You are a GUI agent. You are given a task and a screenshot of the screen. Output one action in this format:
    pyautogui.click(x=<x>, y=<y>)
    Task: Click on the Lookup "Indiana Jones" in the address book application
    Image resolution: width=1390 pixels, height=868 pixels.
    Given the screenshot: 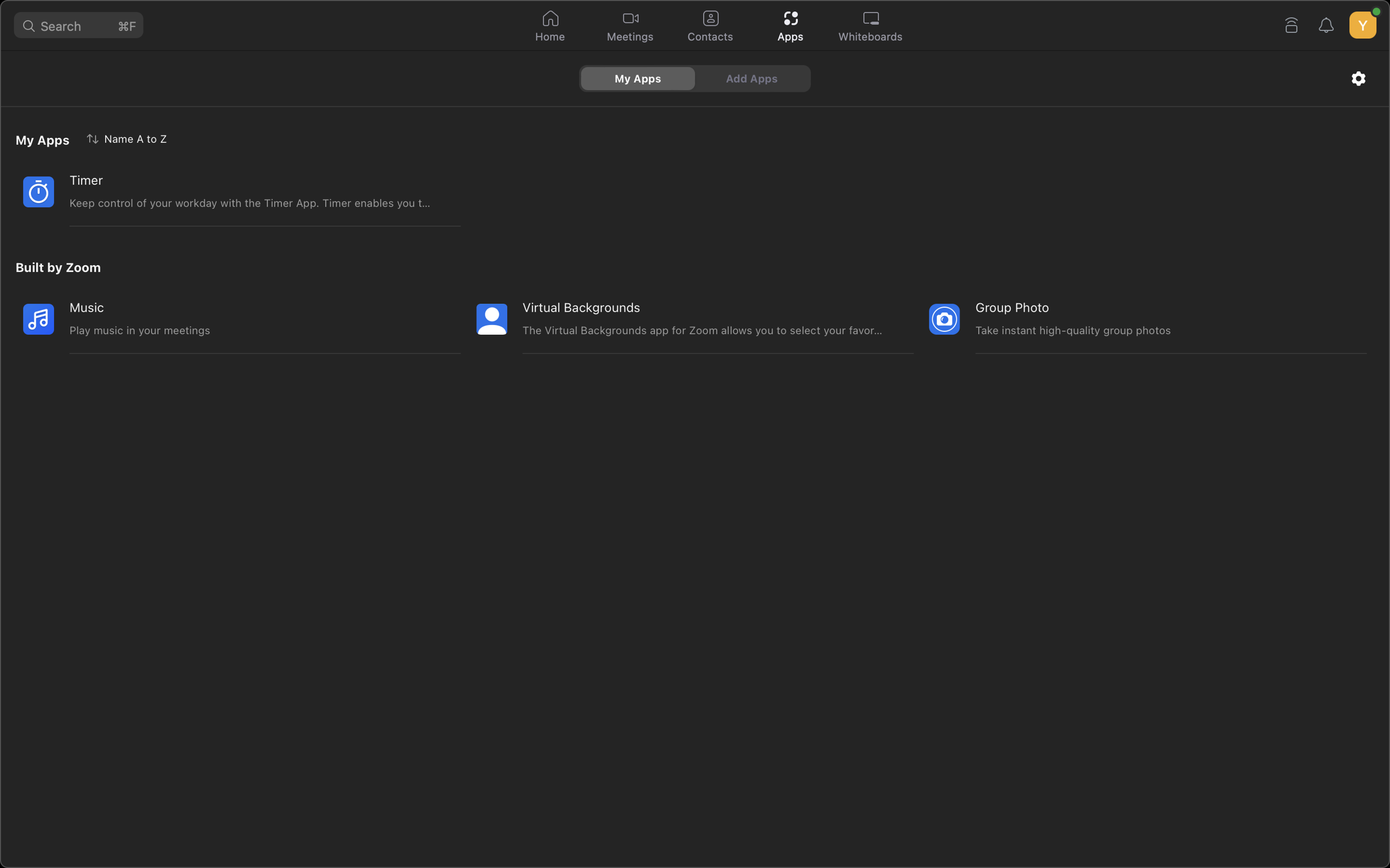 What is the action you would take?
    pyautogui.click(x=709, y=26)
    